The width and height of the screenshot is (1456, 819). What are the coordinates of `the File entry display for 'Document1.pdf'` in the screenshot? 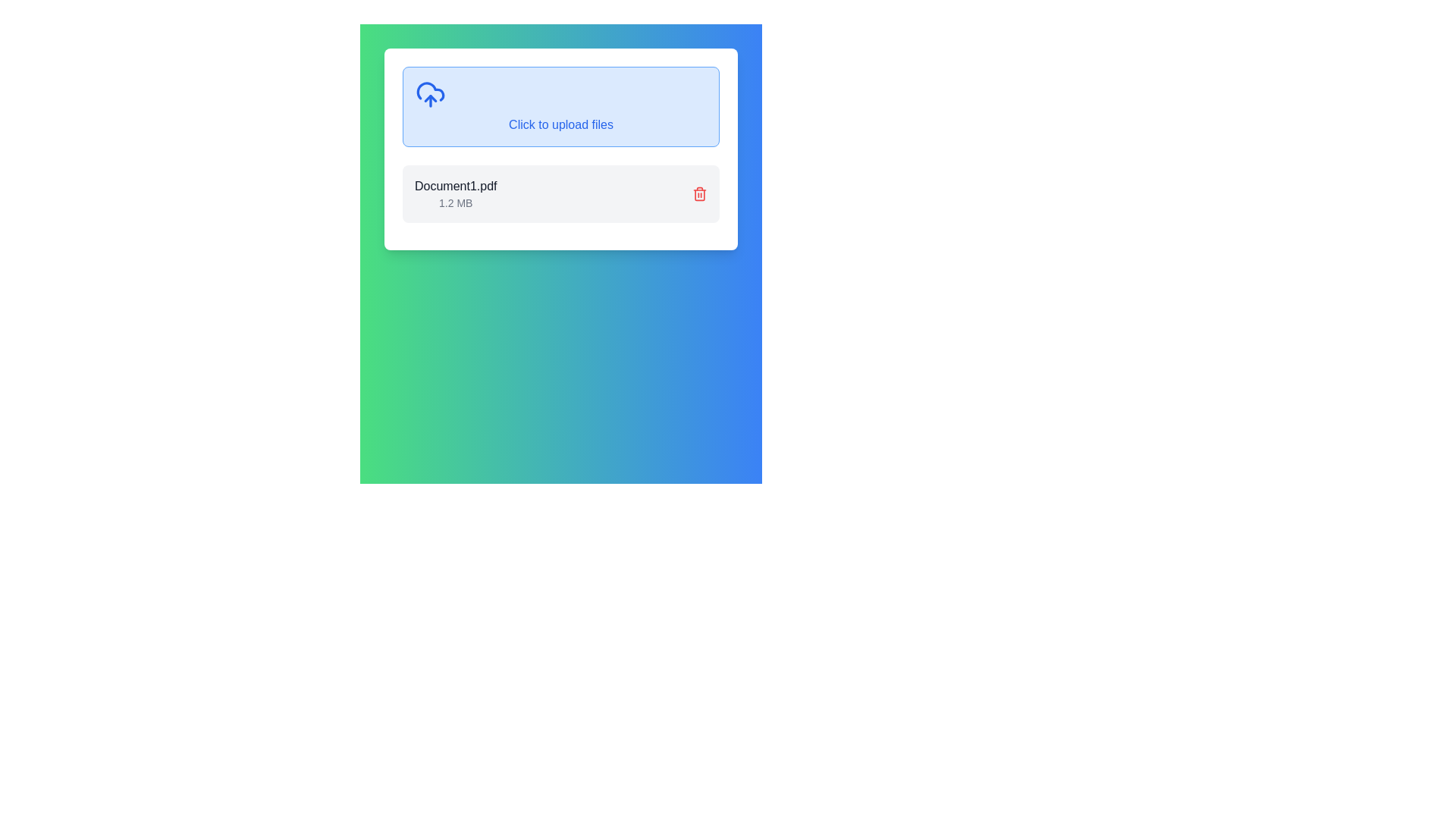 It's located at (454, 193).